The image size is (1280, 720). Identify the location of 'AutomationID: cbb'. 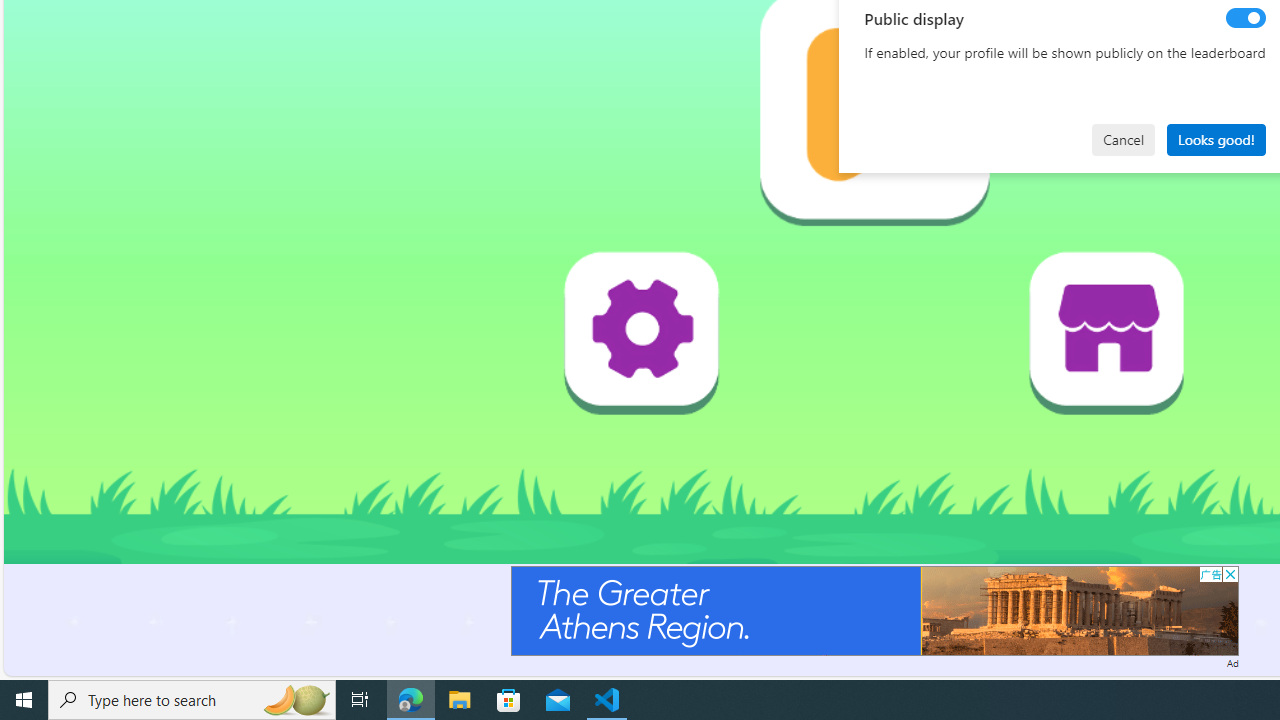
(1229, 574).